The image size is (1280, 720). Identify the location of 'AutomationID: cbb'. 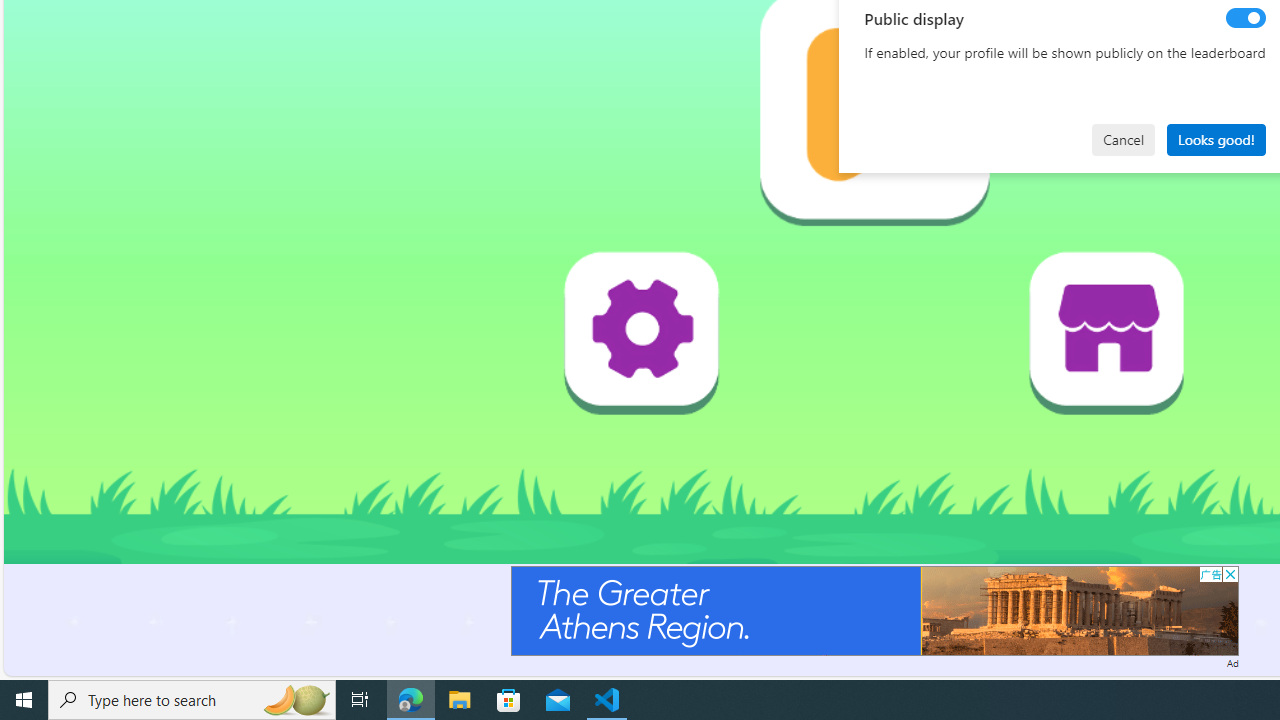
(1229, 574).